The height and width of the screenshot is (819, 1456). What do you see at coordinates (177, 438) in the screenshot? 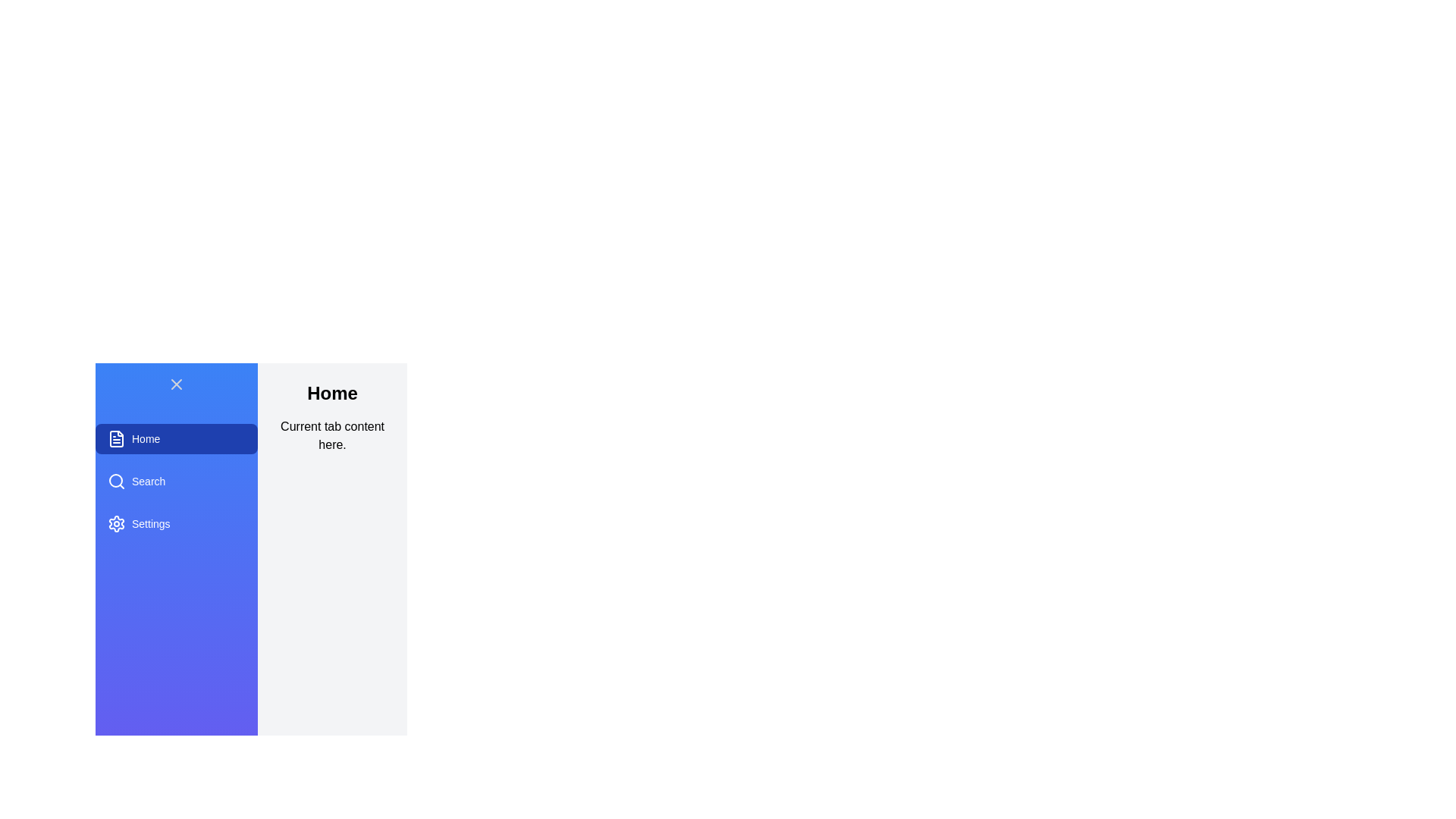
I see `the Home tab from the list` at bounding box center [177, 438].